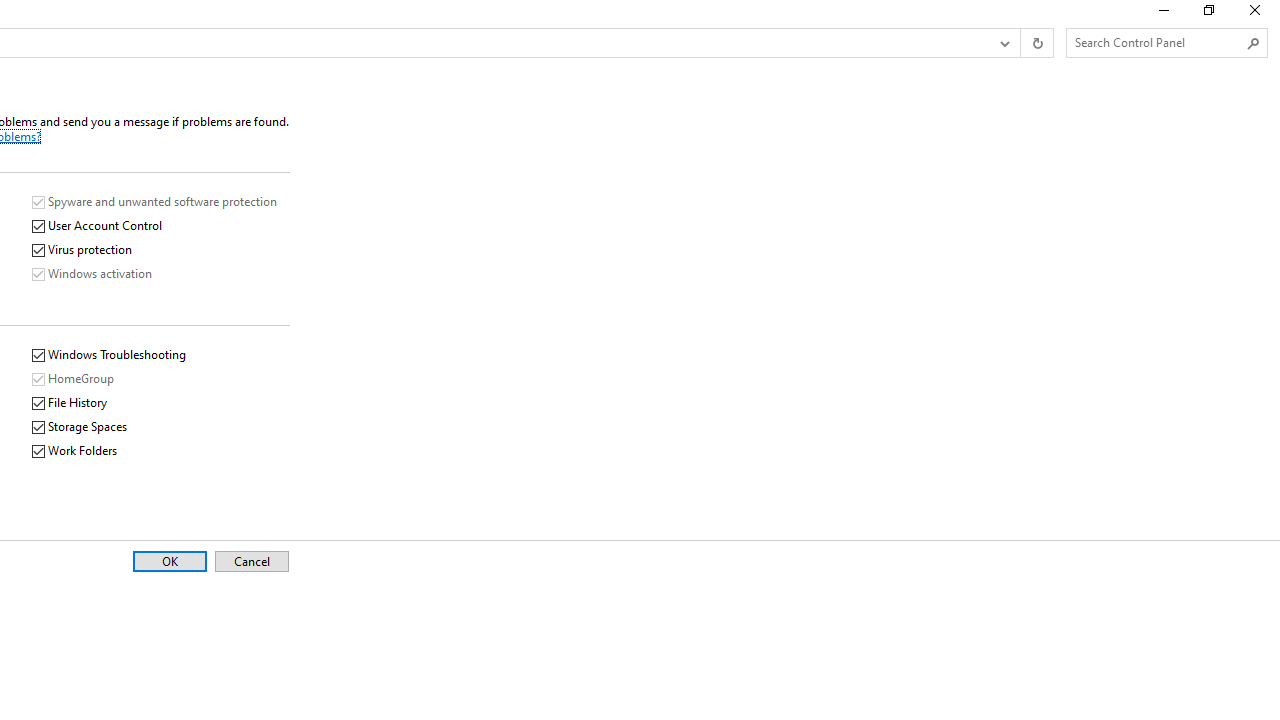 Image resolution: width=1280 pixels, height=720 pixels. What do you see at coordinates (1162, 15) in the screenshot?
I see `'Minimize'` at bounding box center [1162, 15].